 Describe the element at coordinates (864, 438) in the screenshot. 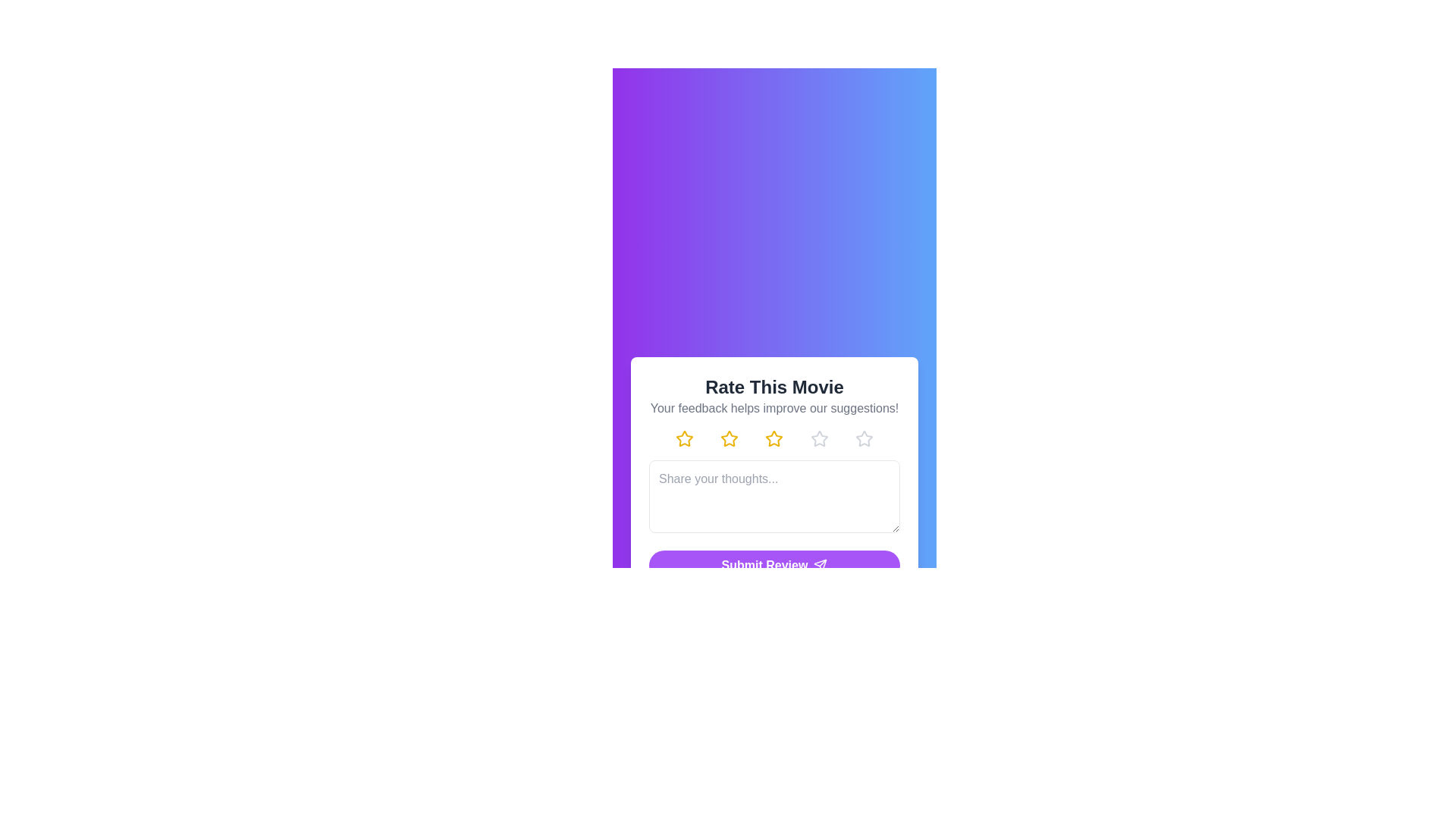

I see `the fifth star rating icon, which is gray and hollow in appearance, located at the right end of a row of five icons above a text input field` at that location.